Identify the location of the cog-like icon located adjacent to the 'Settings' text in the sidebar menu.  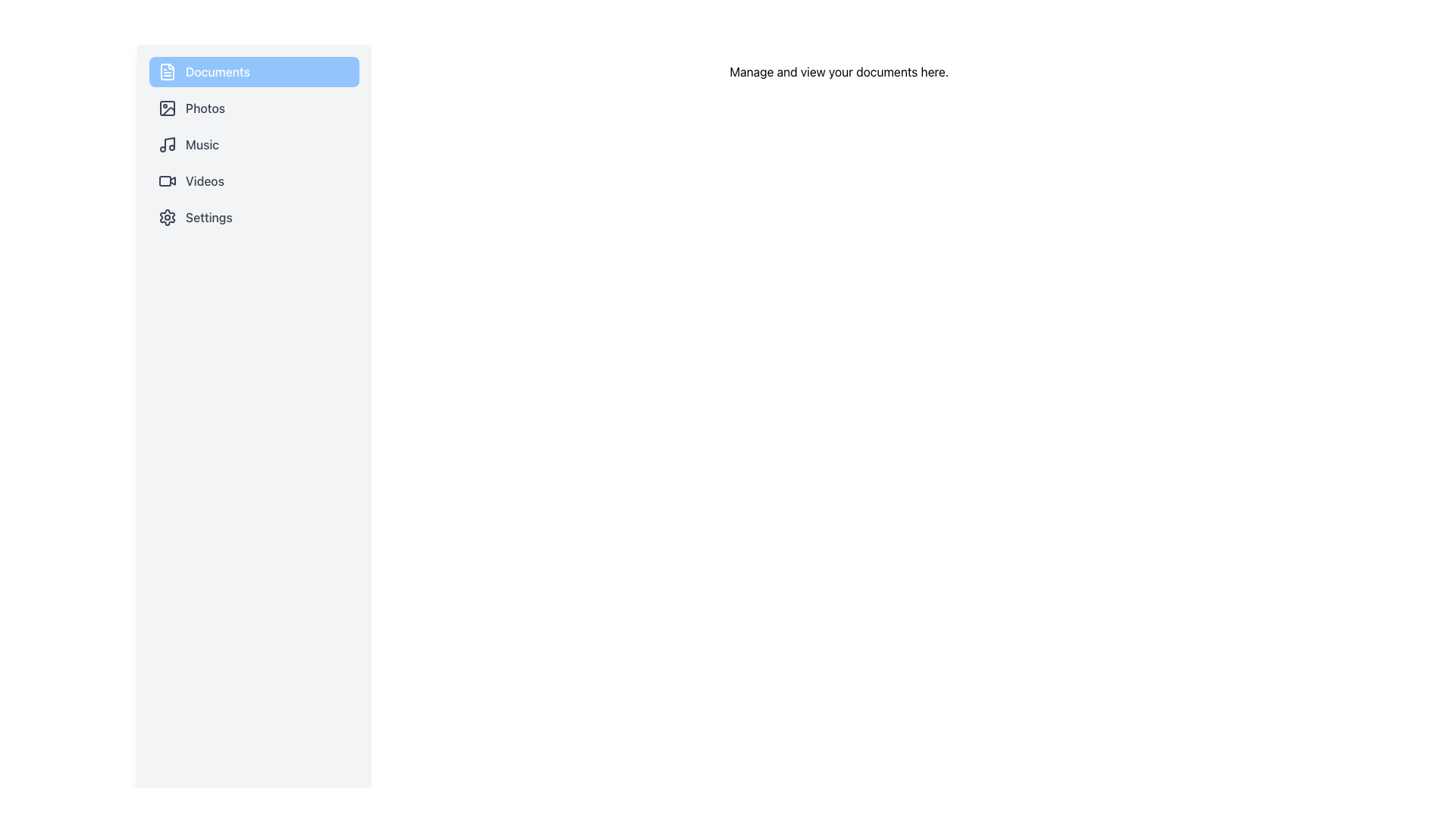
(167, 217).